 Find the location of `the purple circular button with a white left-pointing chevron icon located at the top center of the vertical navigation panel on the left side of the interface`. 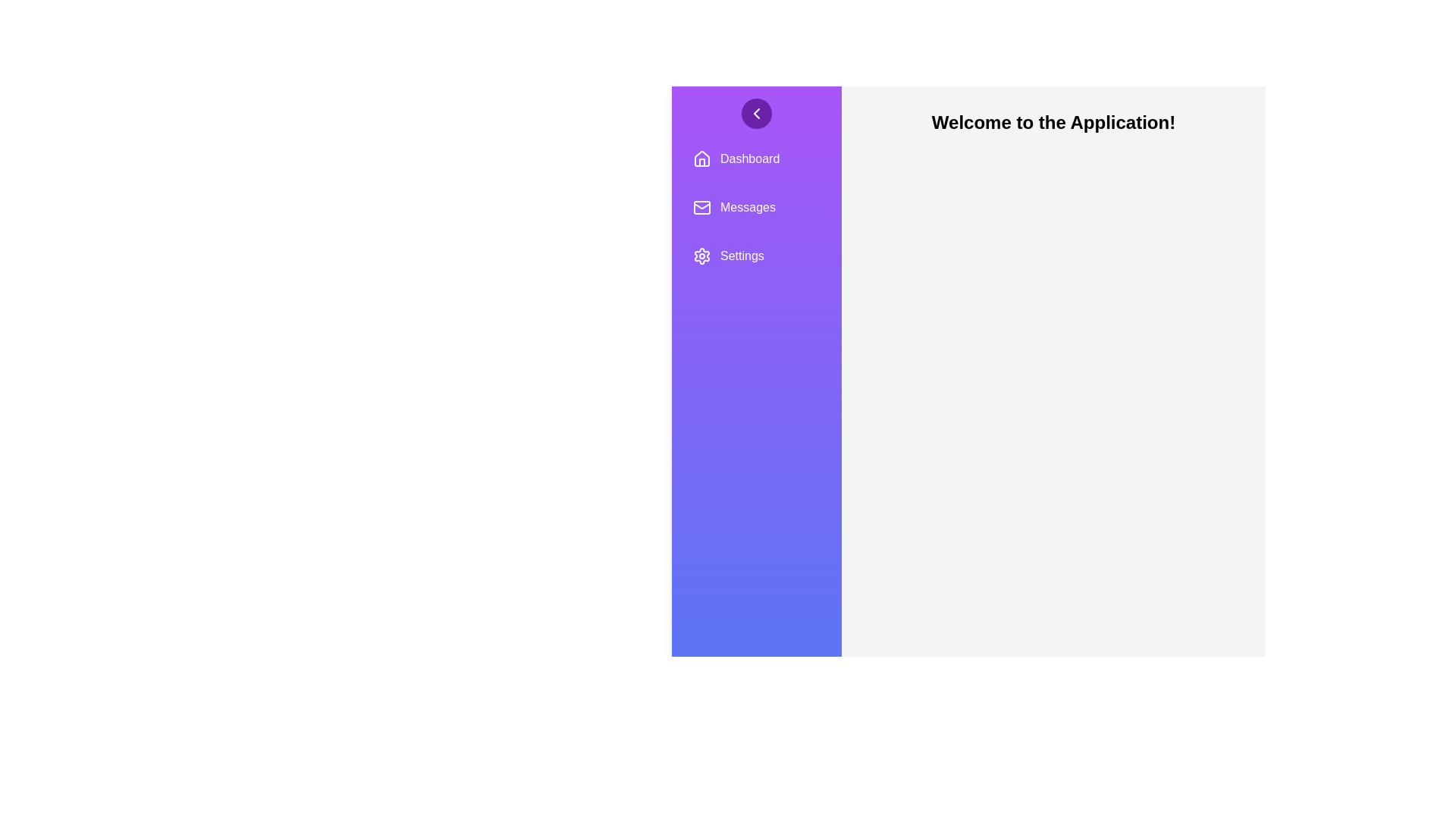

the purple circular button with a white left-pointing chevron icon located at the top center of the vertical navigation panel on the left side of the interface is located at coordinates (757, 113).